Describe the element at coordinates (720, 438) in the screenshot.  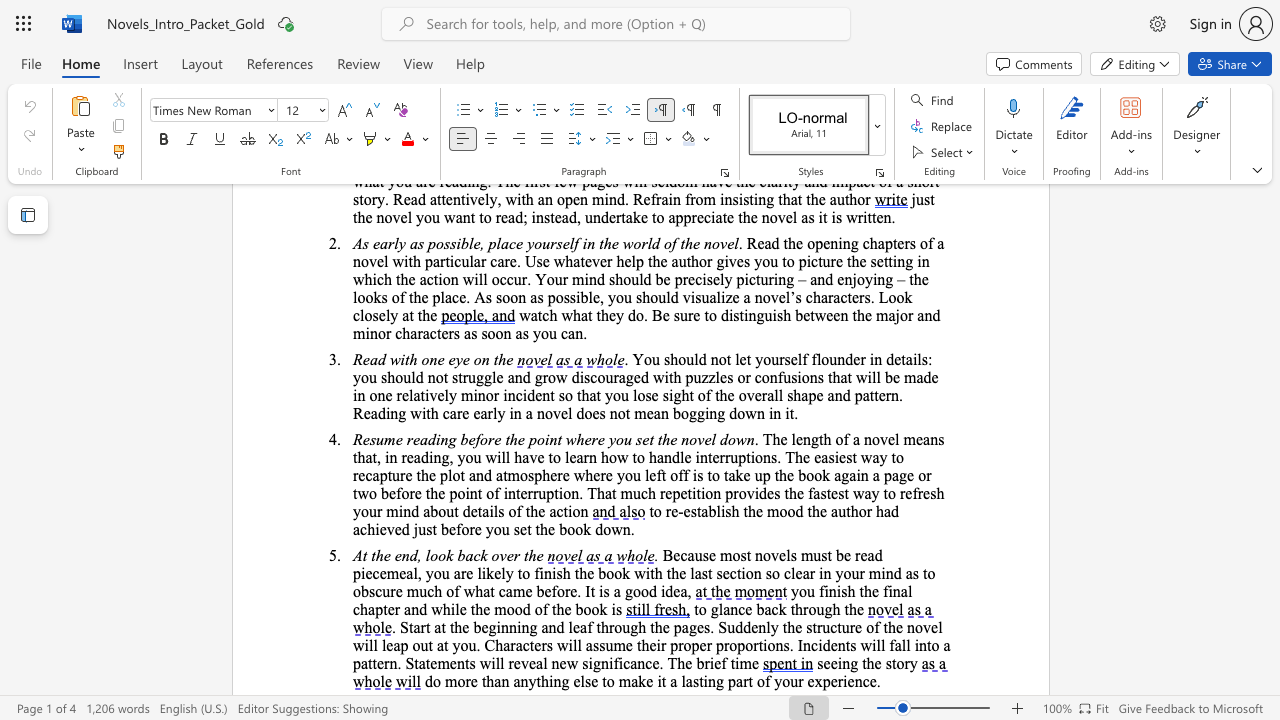
I see `the subset text "dow" within the text "Resume reading before the point where you set the novel down"` at that location.